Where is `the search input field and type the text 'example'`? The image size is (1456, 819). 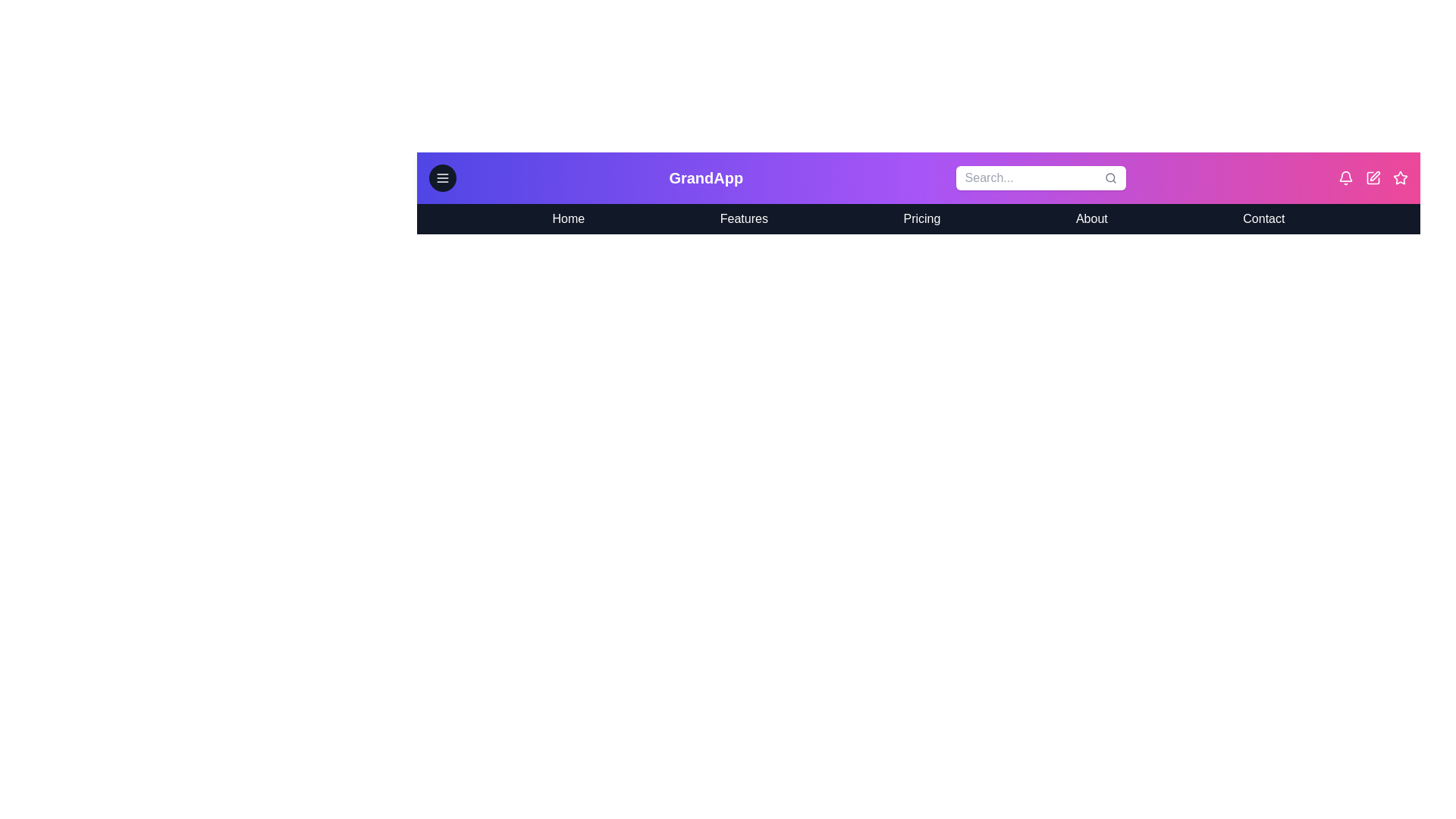
the search input field and type the text 'example' is located at coordinates (1040, 177).